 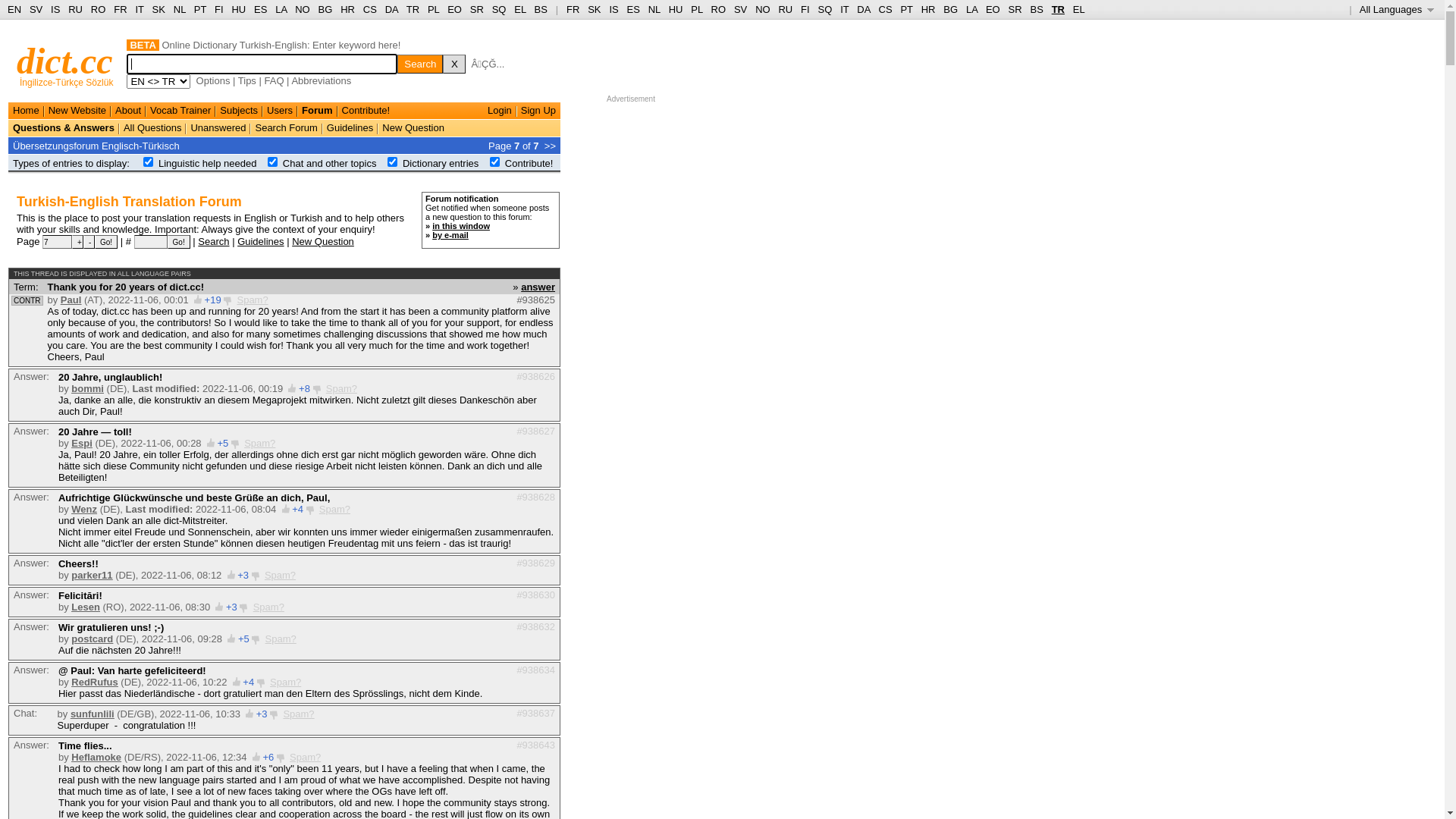 What do you see at coordinates (949, 9) in the screenshot?
I see `'BG'` at bounding box center [949, 9].